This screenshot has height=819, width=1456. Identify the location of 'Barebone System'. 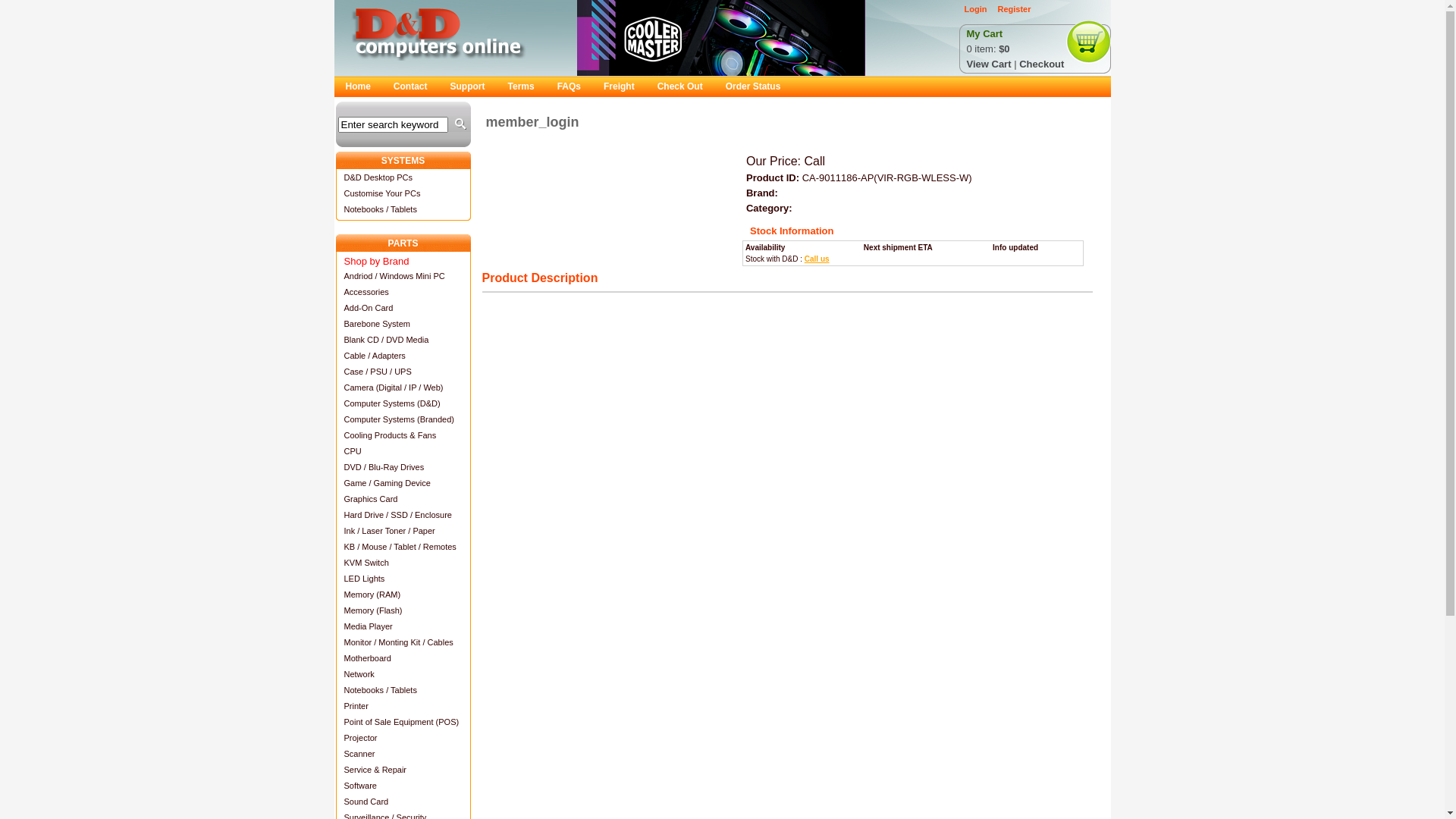
(334, 322).